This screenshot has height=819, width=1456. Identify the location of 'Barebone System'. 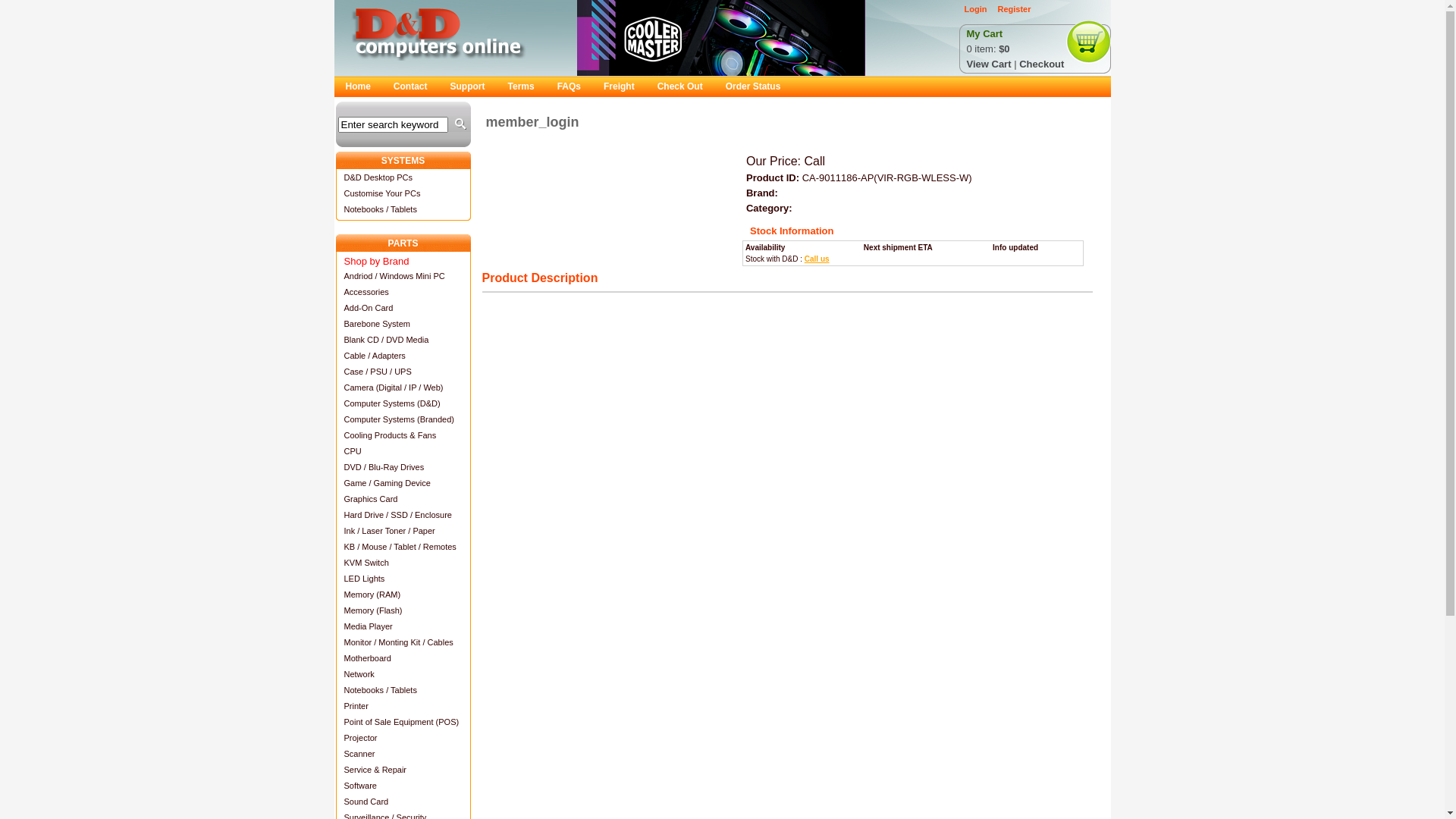
(334, 322).